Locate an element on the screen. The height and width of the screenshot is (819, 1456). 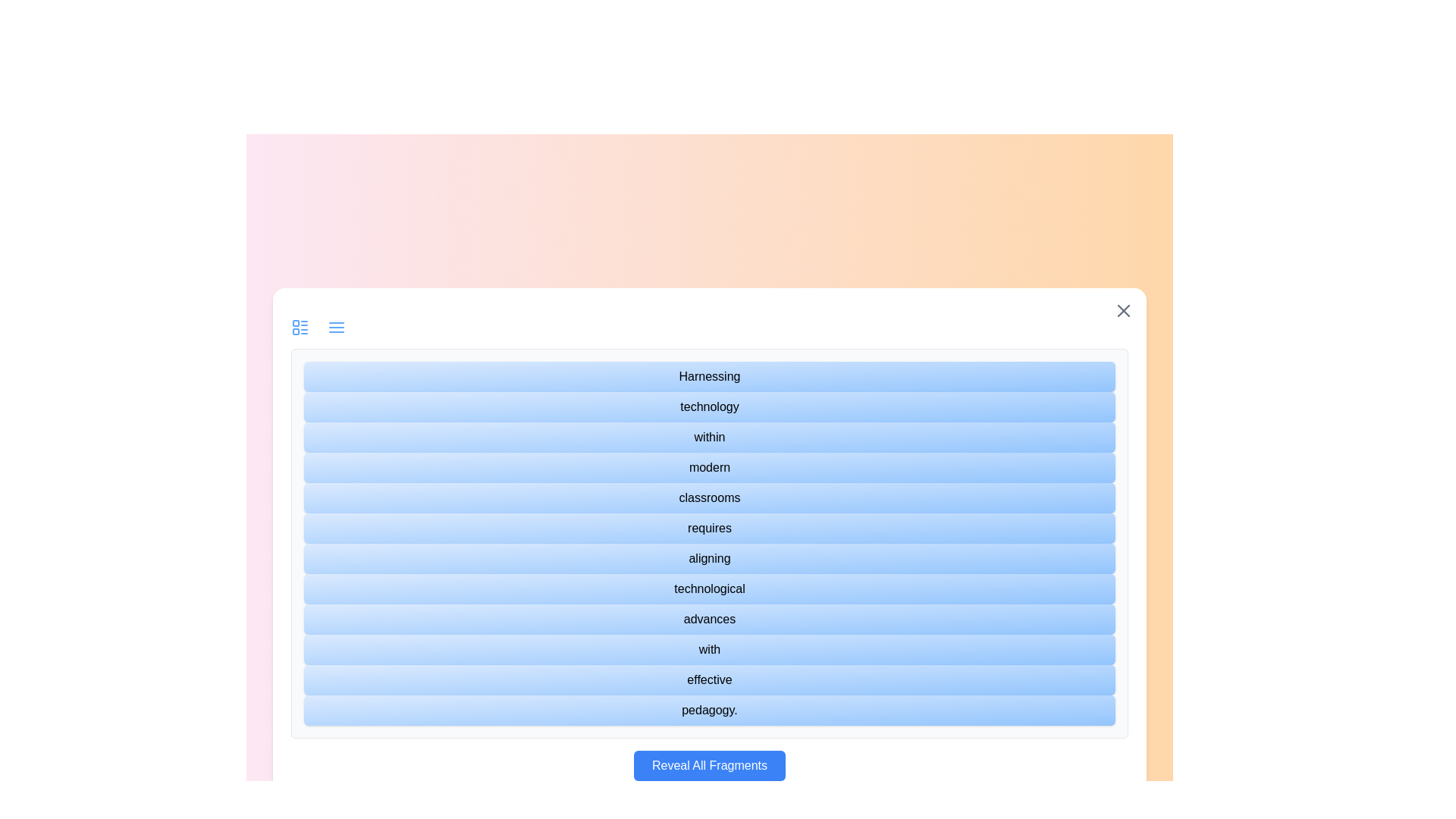
the text fragment labeled 'advances' is located at coordinates (709, 620).